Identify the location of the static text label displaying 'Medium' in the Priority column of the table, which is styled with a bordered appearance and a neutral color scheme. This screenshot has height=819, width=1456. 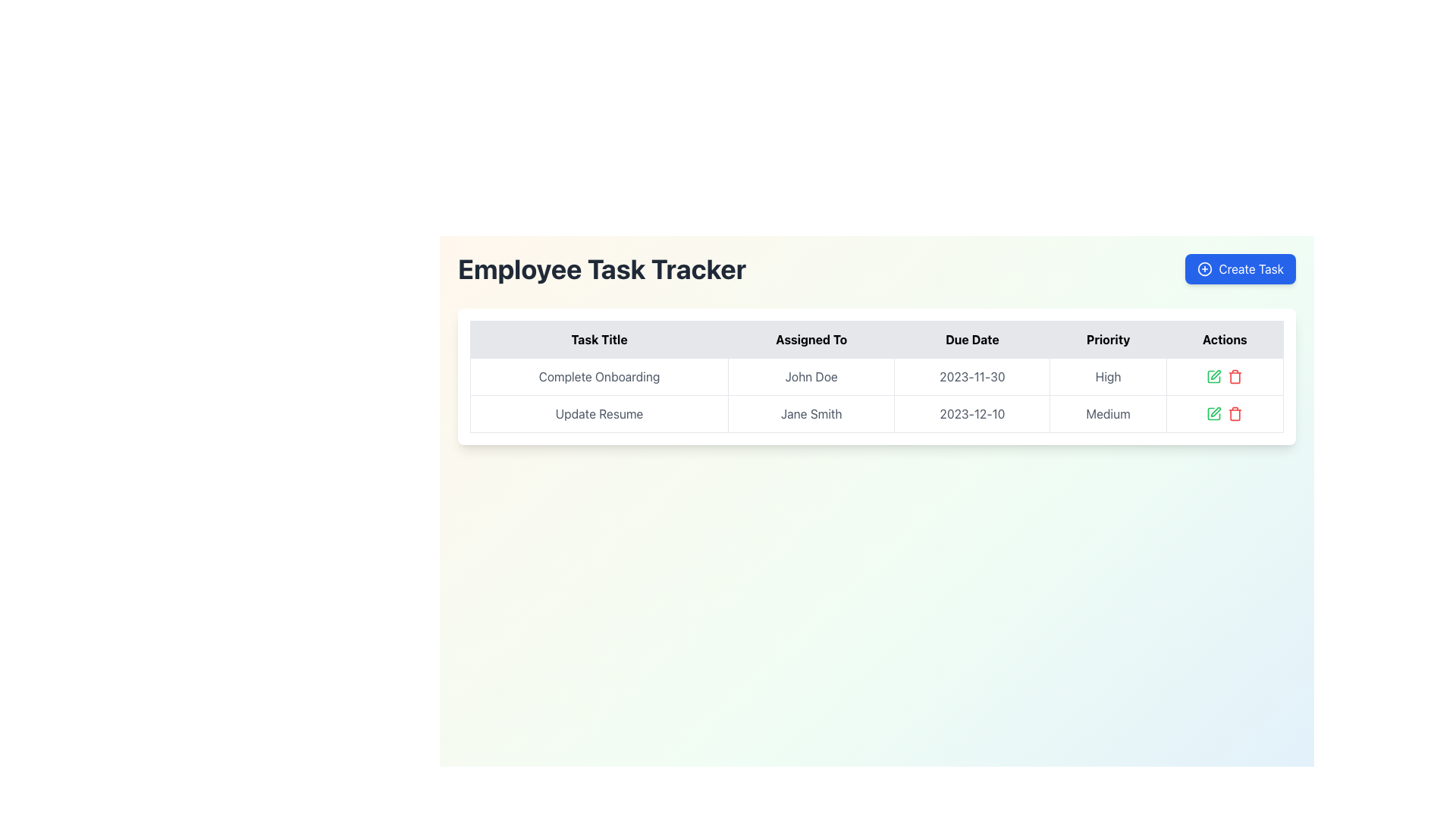
(1108, 414).